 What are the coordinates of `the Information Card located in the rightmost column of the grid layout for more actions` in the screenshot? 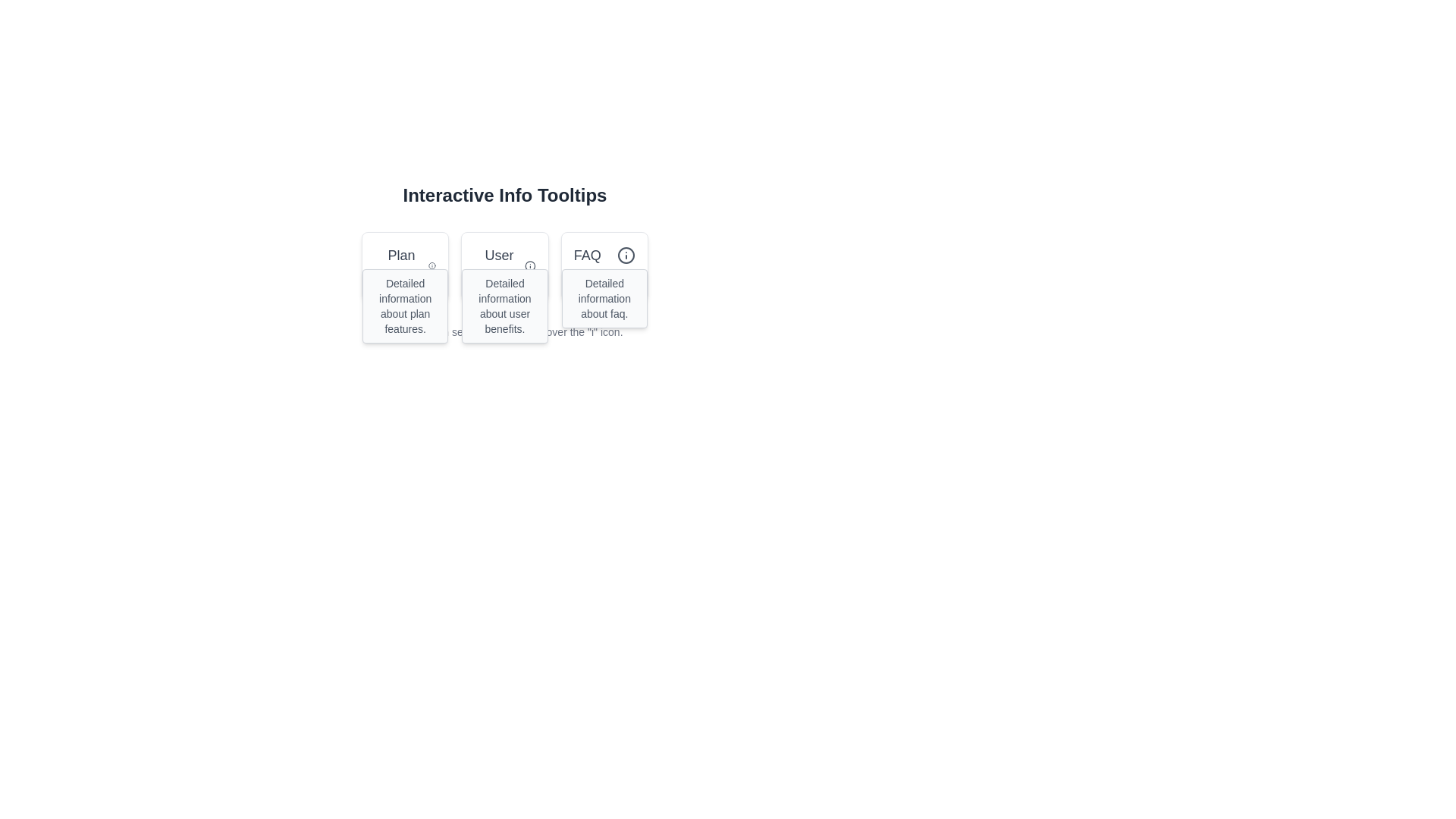 It's located at (603, 265).